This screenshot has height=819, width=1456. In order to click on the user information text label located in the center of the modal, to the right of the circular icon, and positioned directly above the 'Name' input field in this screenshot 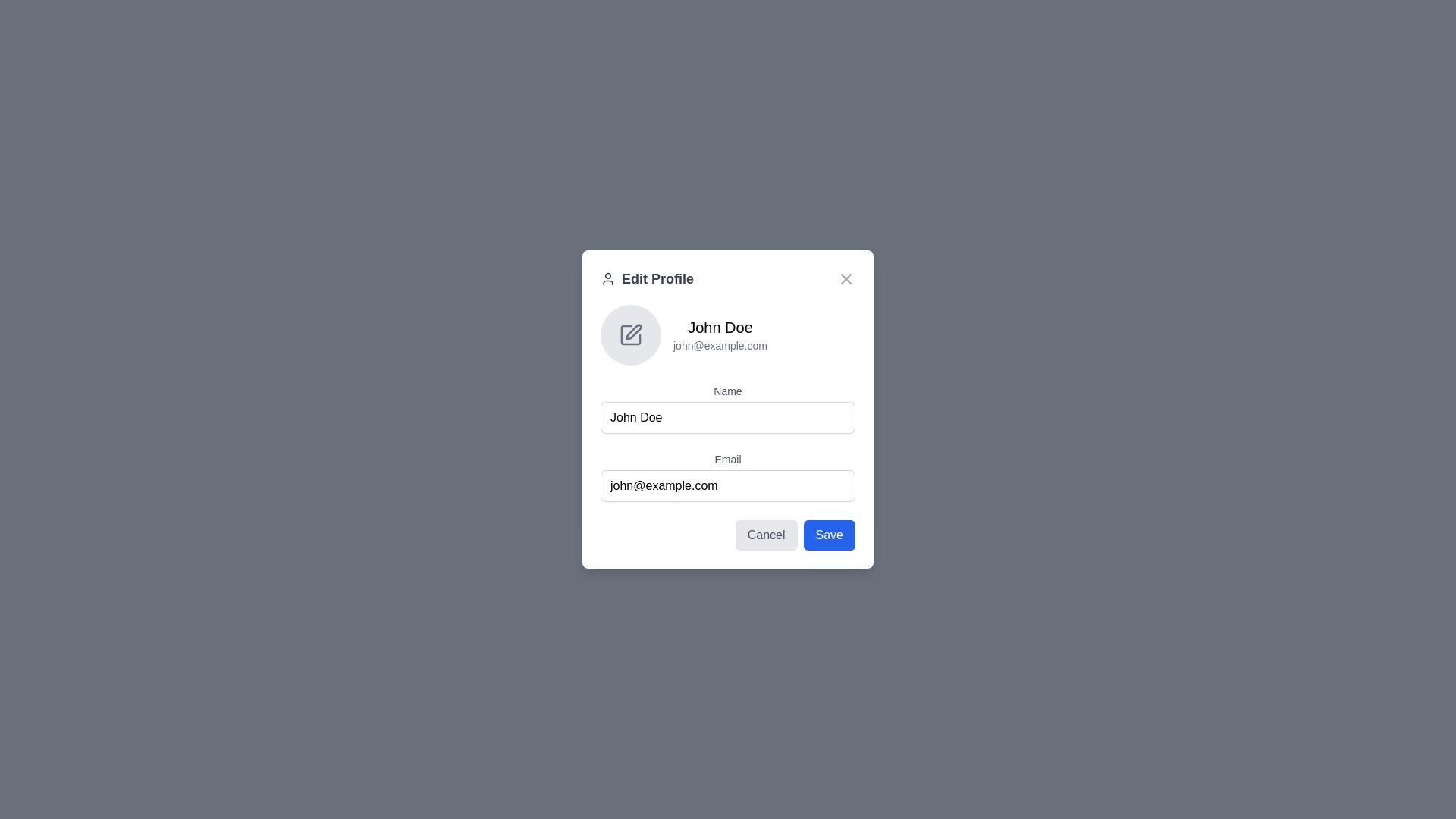, I will do `click(720, 334)`.